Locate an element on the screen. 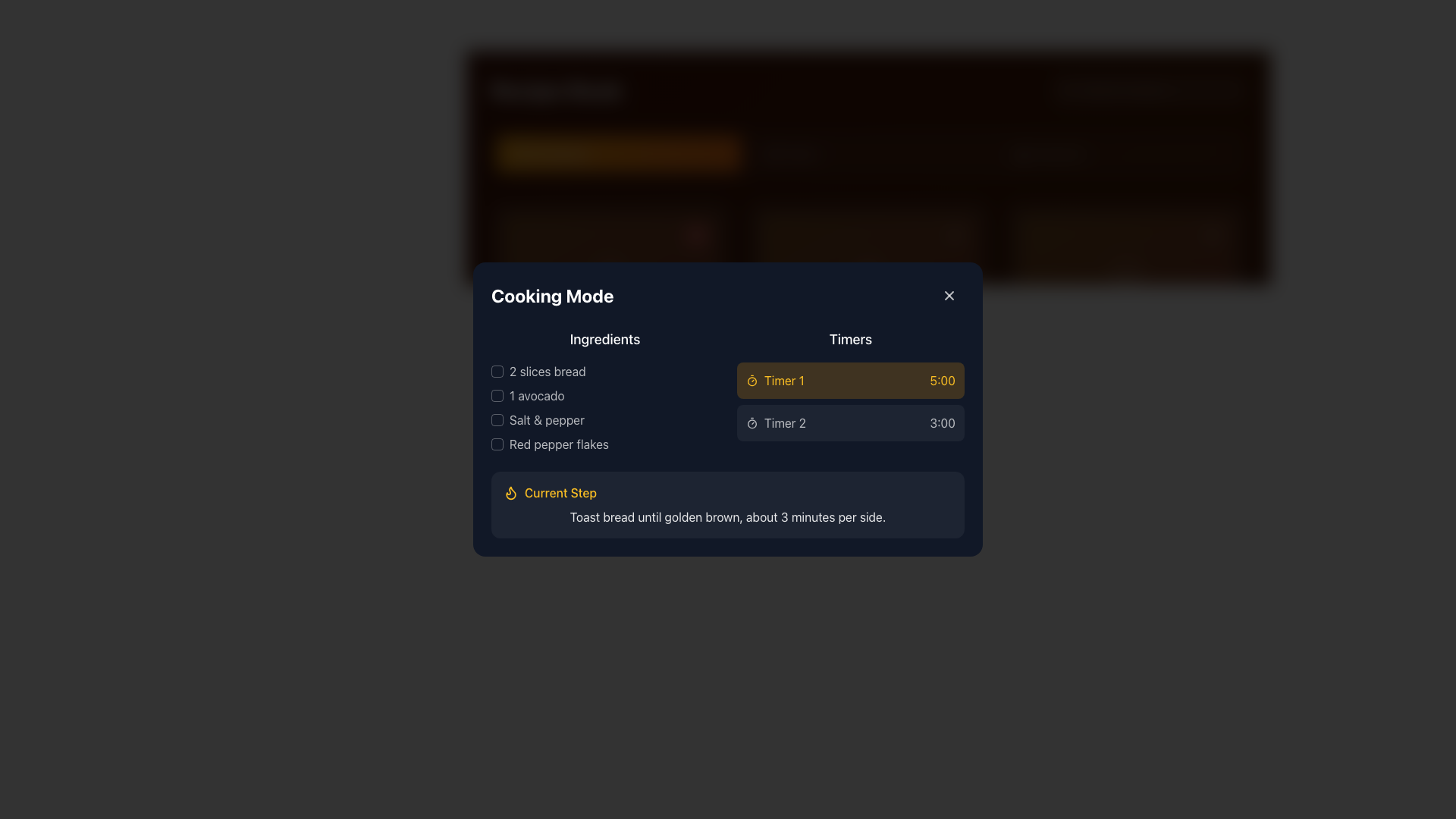 The image size is (1456, 819). the central horizontal line of the rotated plus sign icon located in the top-right corner of the modal dialog box, close to the 'Cooking Mode' header is located at coordinates (949, 295).